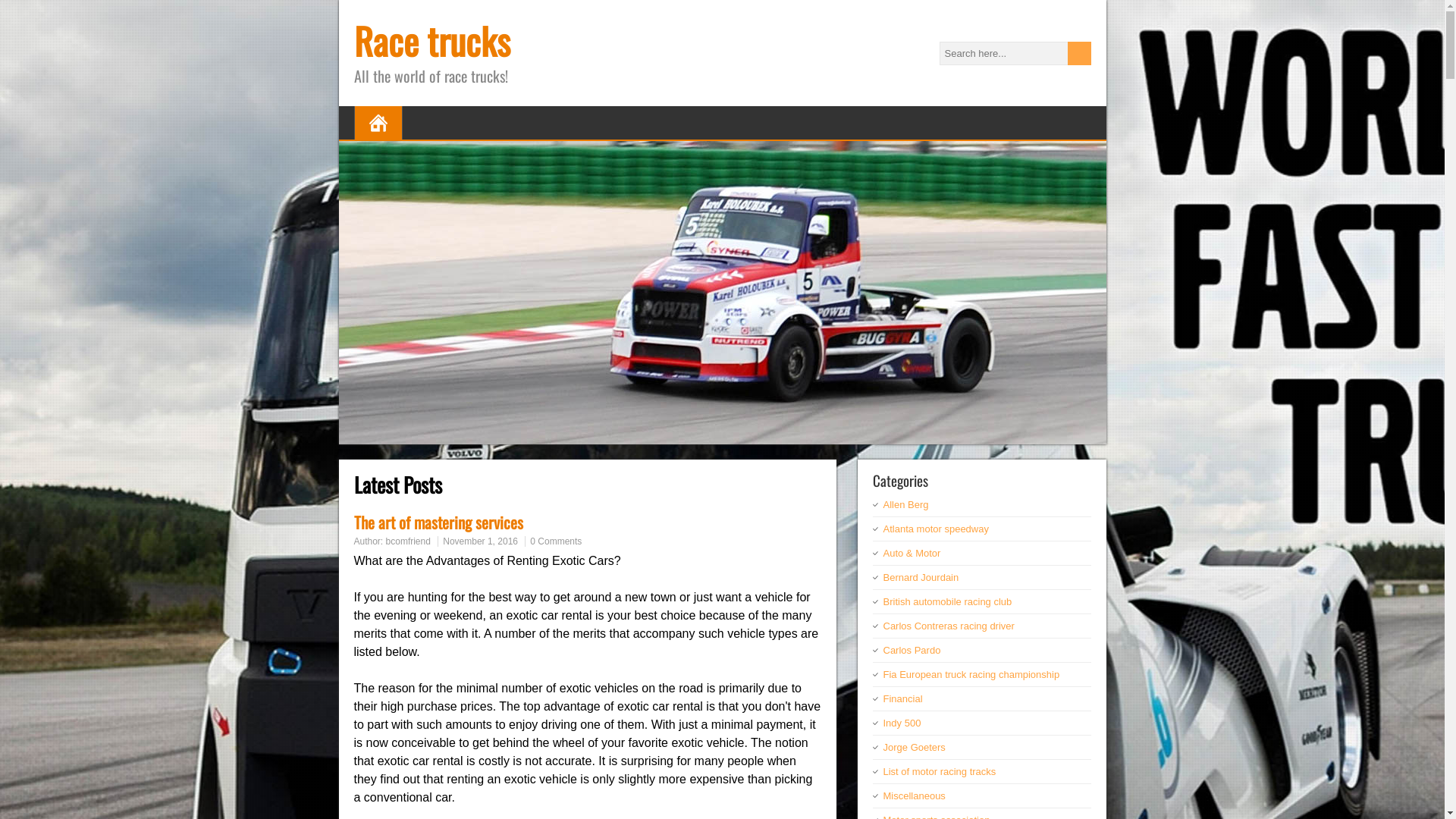 This screenshot has width=1456, height=819. I want to click on 'Atlanta motor speedway', so click(882, 528).